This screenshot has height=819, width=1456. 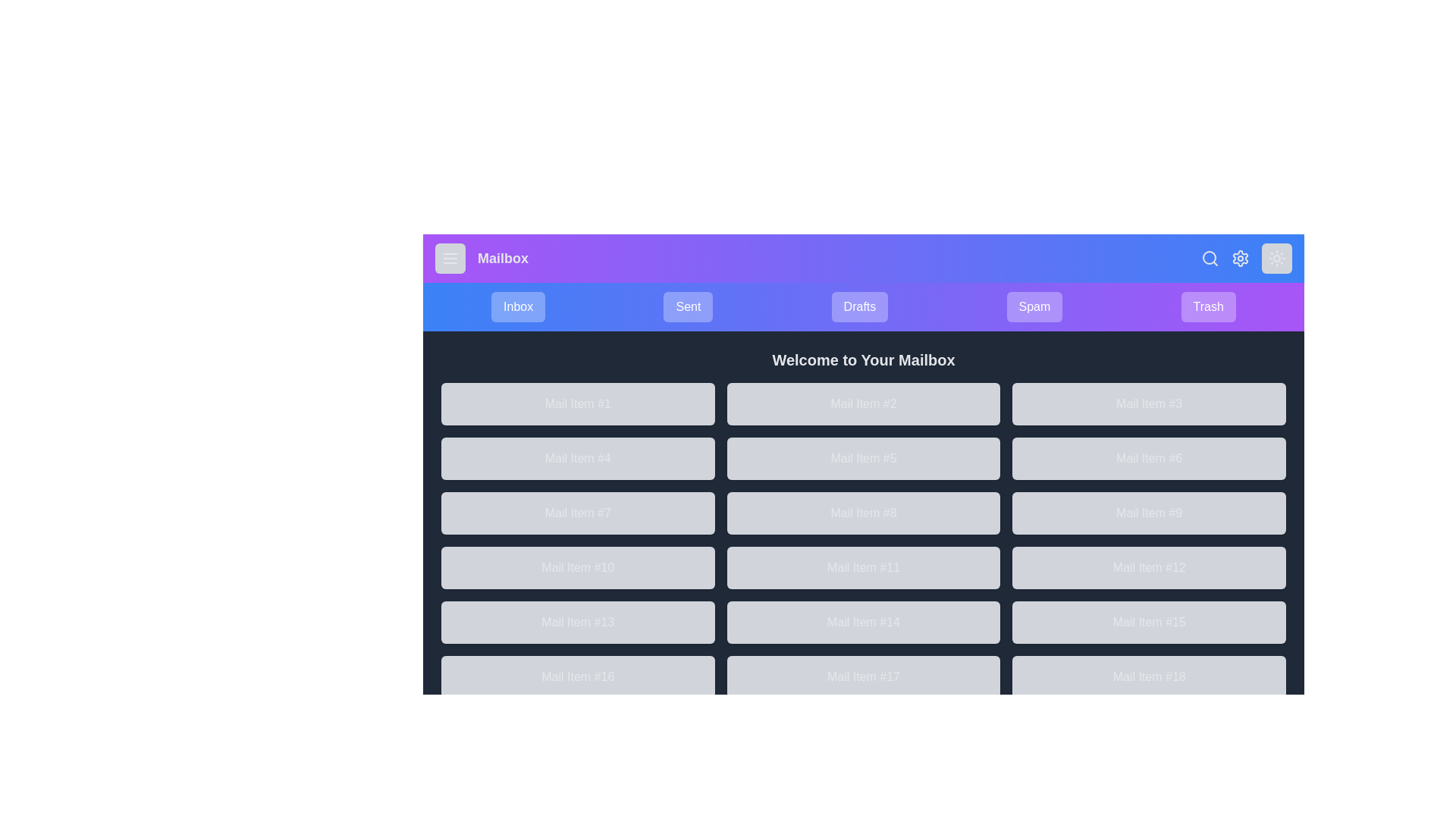 I want to click on the mailbox category Sent to view its contents, so click(x=687, y=307).